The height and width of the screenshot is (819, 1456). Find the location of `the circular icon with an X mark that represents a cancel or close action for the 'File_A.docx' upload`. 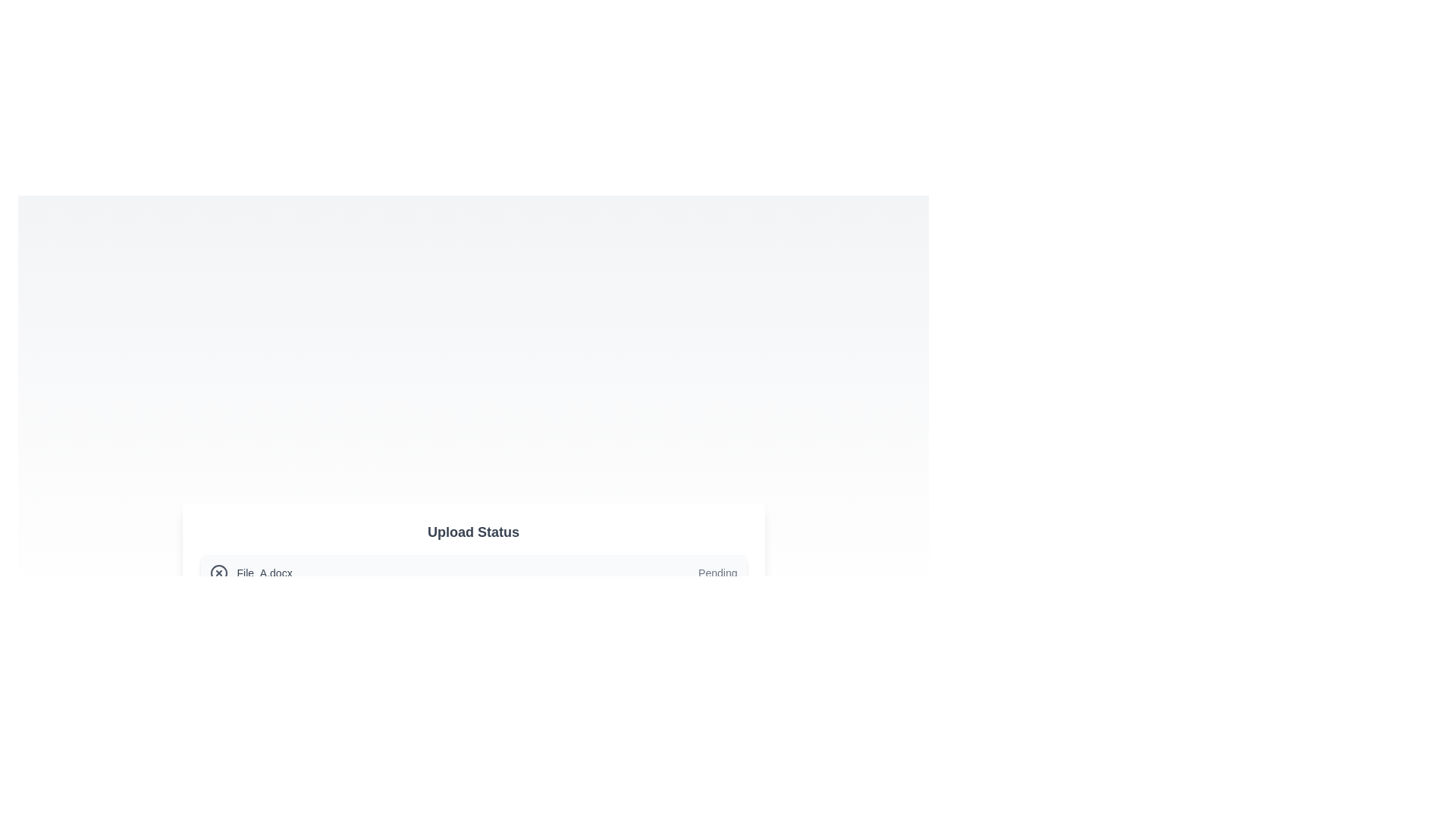

the circular icon with an X mark that represents a cancel or close action for the 'File_A.docx' upload is located at coordinates (218, 573).